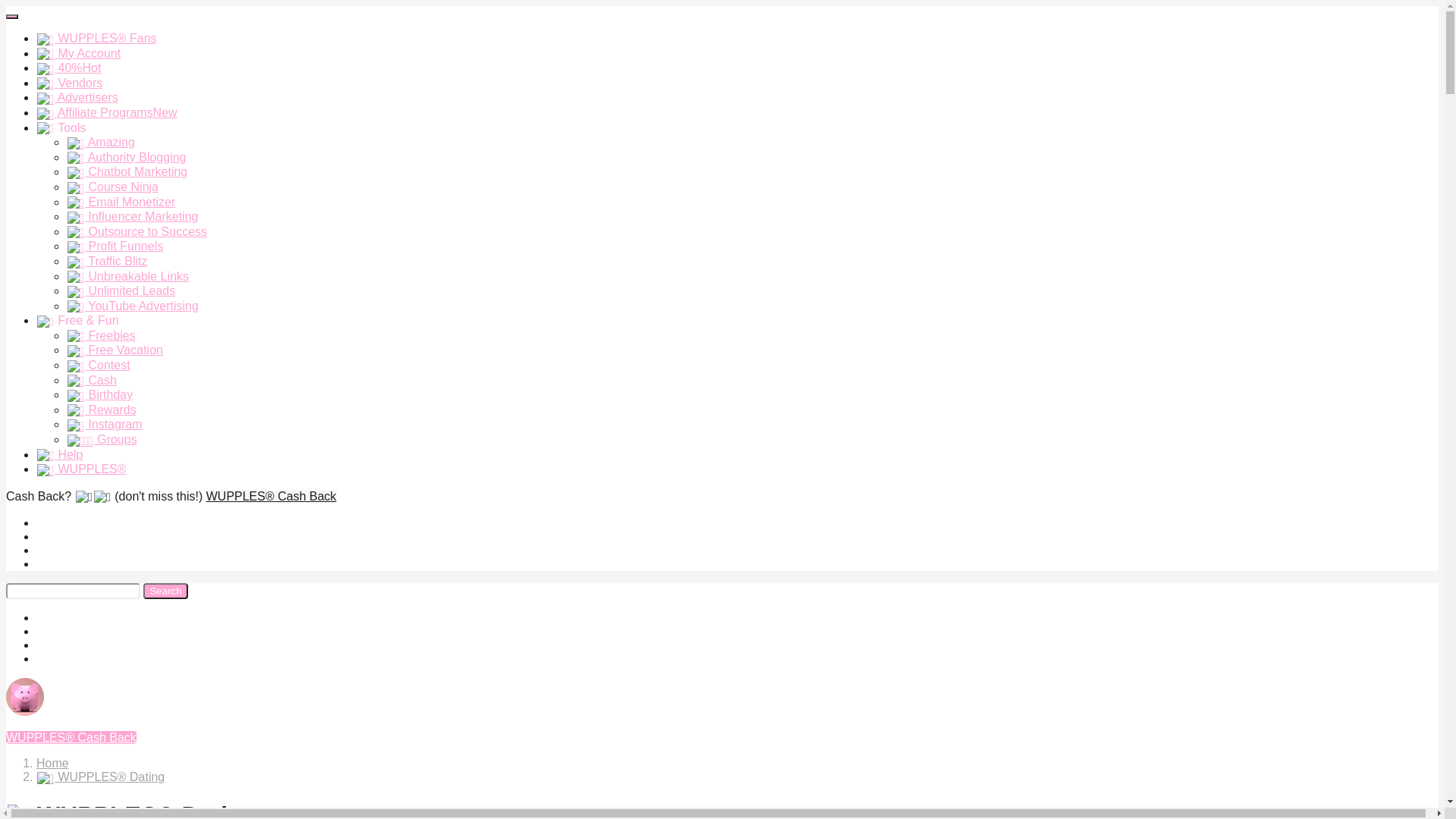 The height and width of the screenshot is (819, 1456). Describe the element at coordinates (120, 201) in the screenshot. I see `'Email Monetizer'` at that location.